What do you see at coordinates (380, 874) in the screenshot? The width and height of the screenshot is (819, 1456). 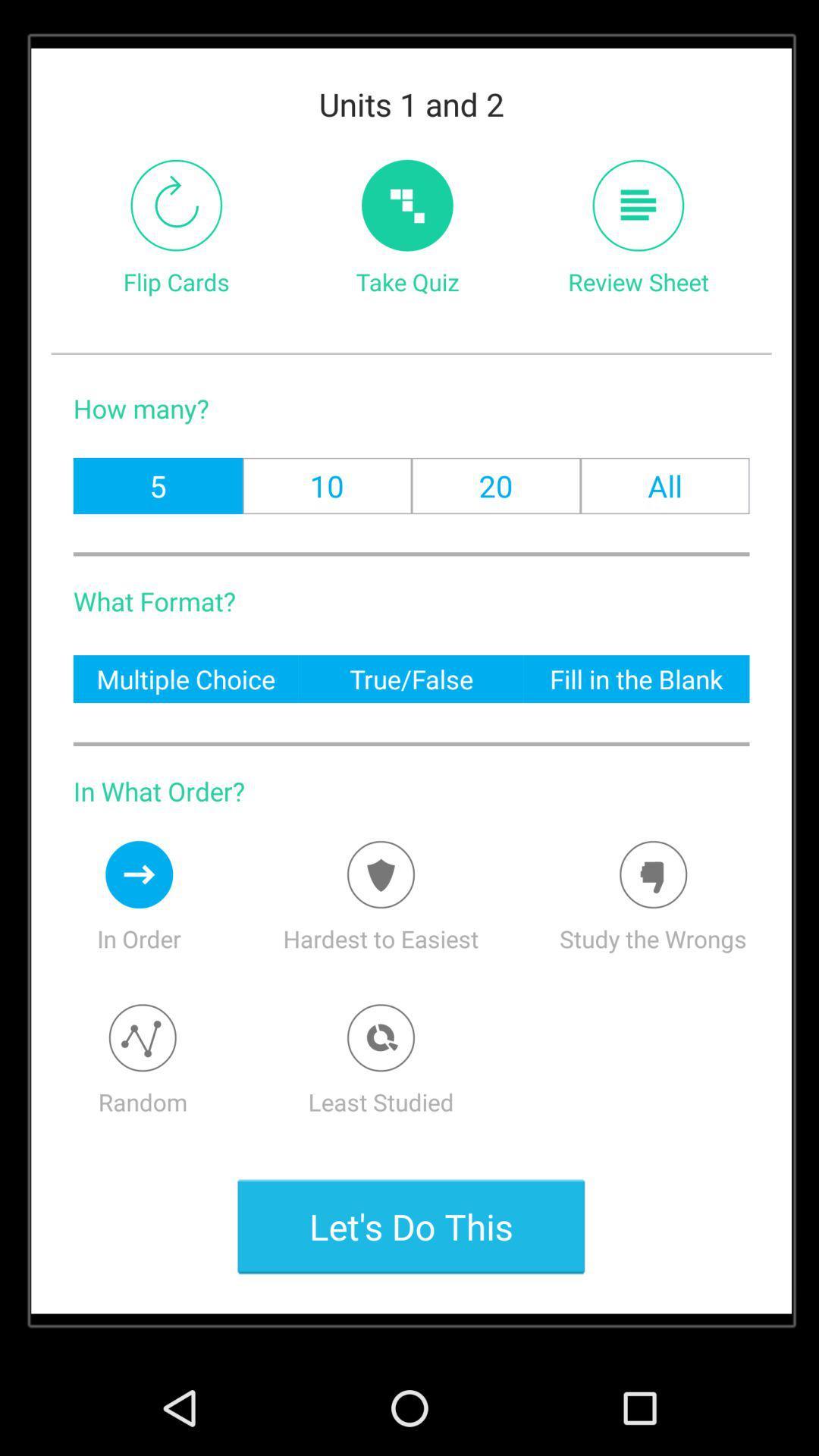 I see `something` at bounding box center [380, 874].